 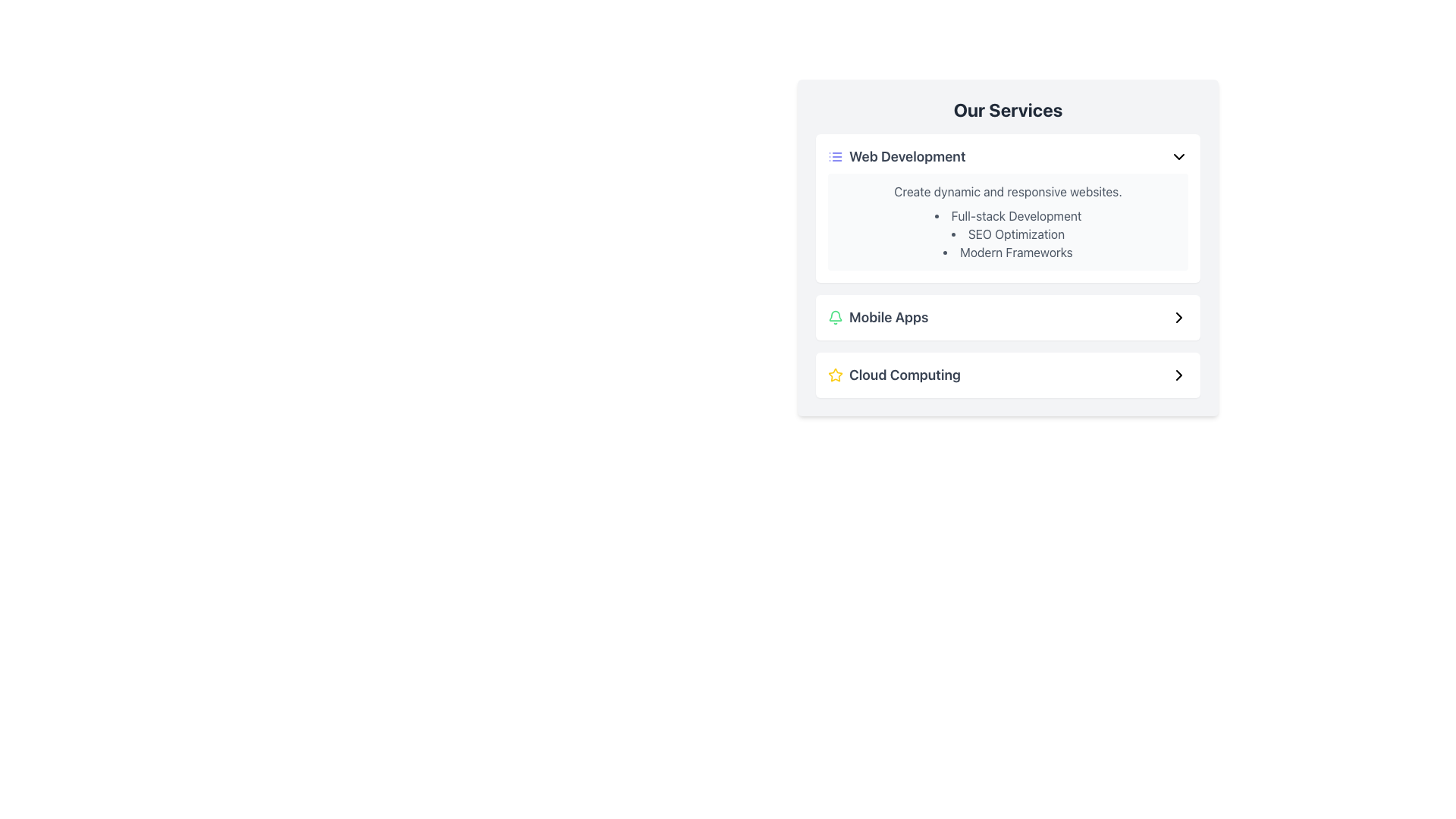 What do you see at coordinates (1178, 375) in the screenshot?
I see `the right-pointing chevron icon located in the 'Cloud Computing' section of the 'Our Services' panel` at bounding box center [1178, 375].